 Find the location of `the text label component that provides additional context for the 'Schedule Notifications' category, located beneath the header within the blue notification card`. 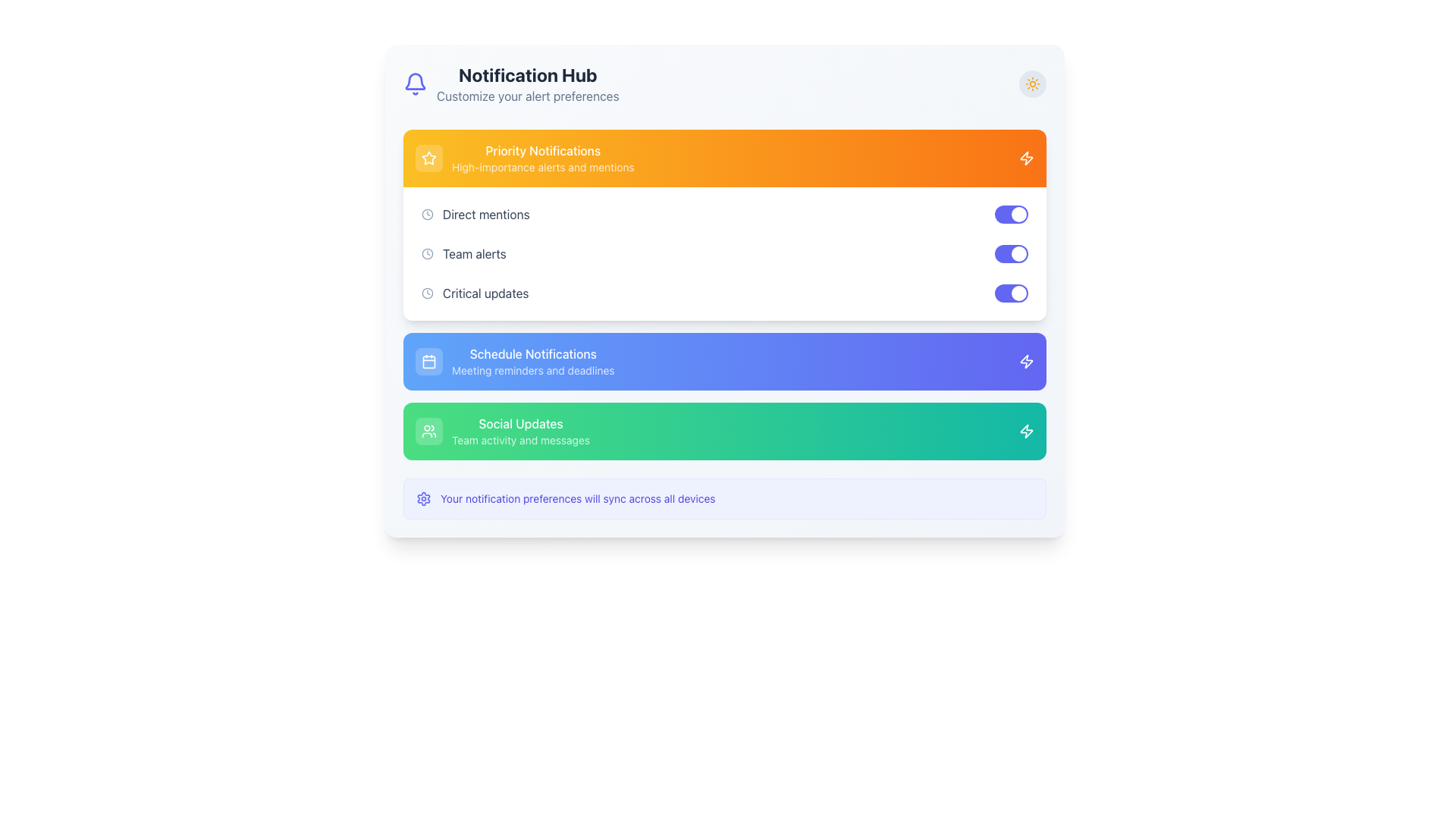

the text label component that provides additional context for the 'Schedule Notifications' category, located beneath the header within the blue notification card is located at coordinates (533, 371).